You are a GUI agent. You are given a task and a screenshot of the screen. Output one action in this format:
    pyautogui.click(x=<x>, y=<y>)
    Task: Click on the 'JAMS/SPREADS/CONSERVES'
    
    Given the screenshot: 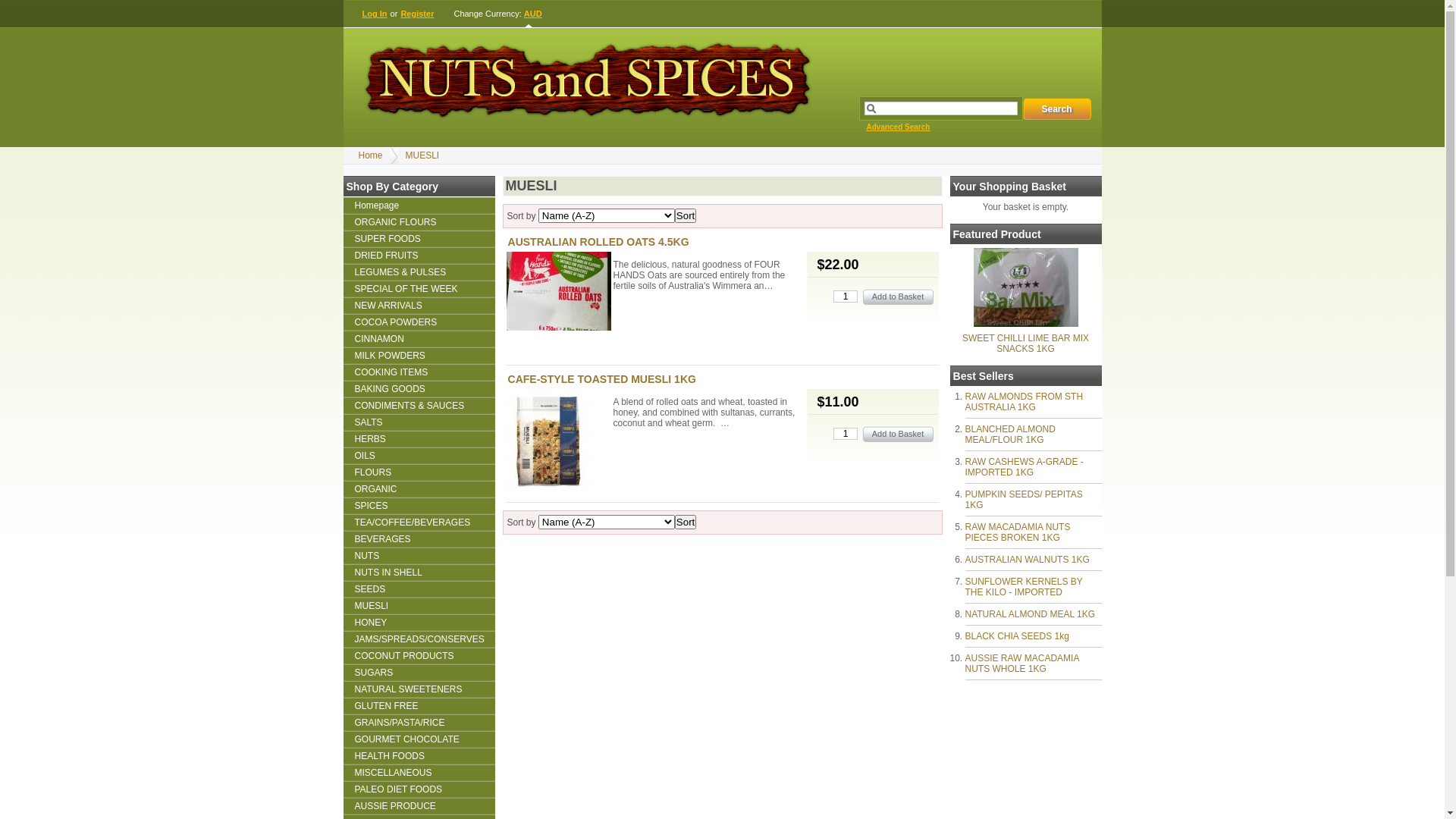 What is the action you would take?
    pyautogui.click(x=419, y=639)
    